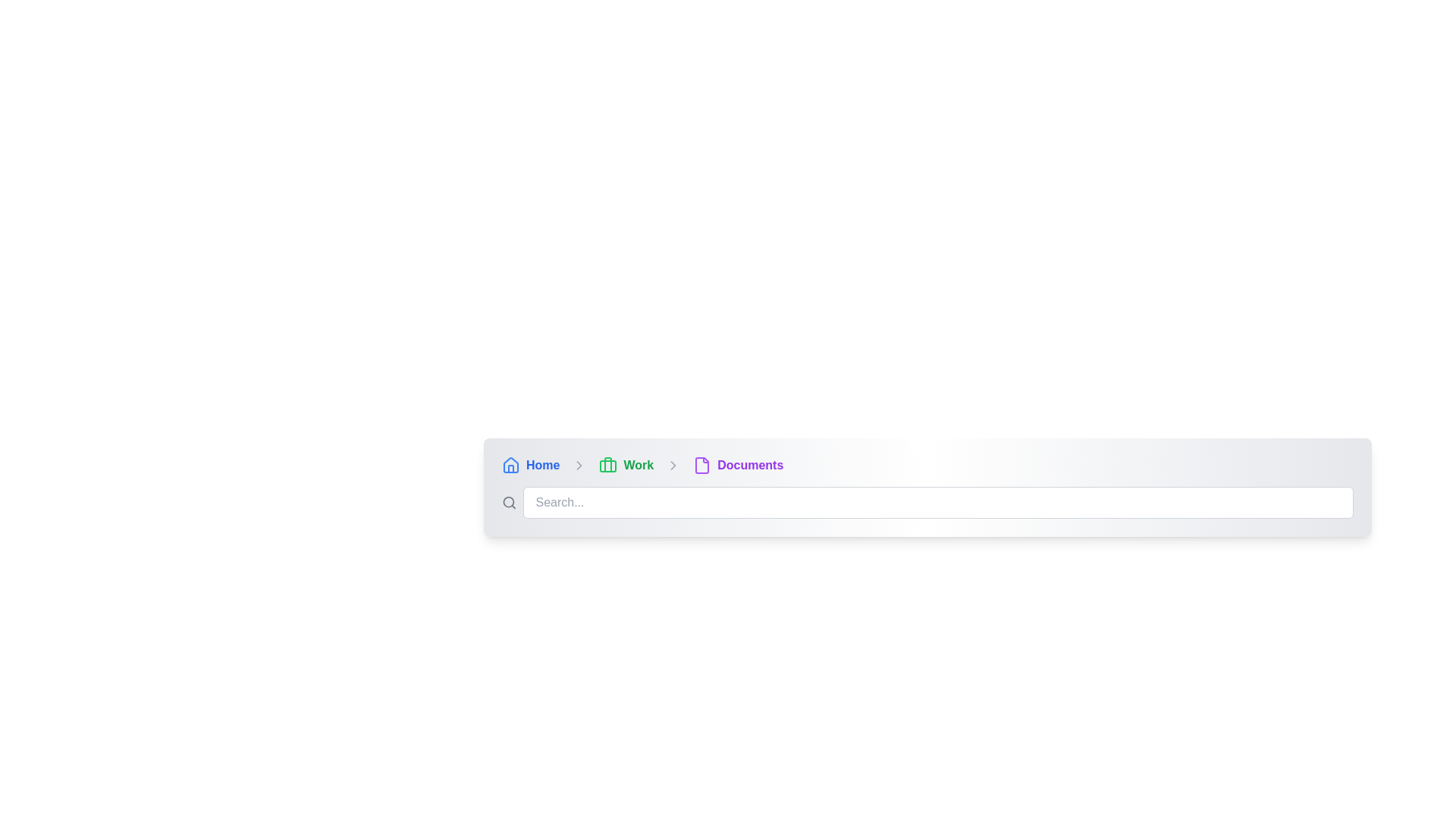  Describe the element at coordinates (738, 464) in the screenshot. I see `the 'Documents' breadcrumb navigation item, which is the last item in the breadcrumb navigation bar and features bold, purple text with a document icon` at that location.